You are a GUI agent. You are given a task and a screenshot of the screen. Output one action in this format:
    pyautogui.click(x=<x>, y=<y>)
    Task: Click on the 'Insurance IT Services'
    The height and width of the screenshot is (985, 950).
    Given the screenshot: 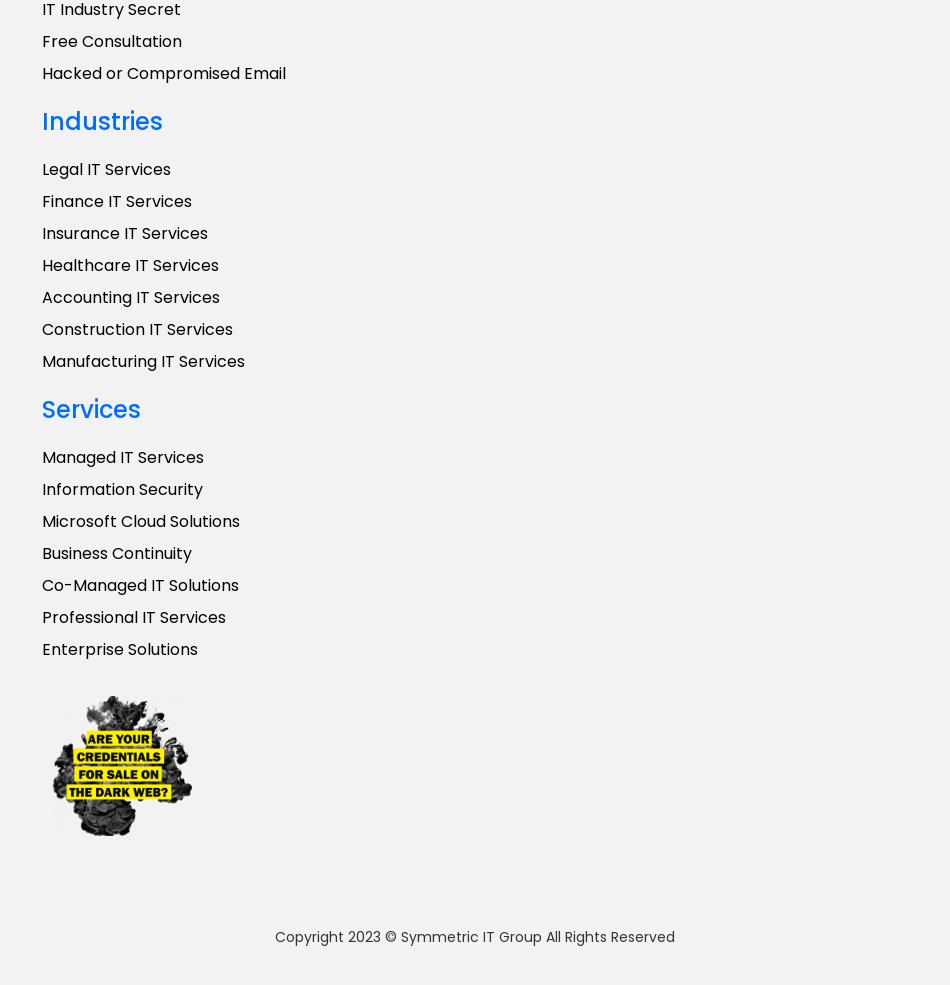 What is the action you would take?
    pyautogui.click(x=125, y=232)
    